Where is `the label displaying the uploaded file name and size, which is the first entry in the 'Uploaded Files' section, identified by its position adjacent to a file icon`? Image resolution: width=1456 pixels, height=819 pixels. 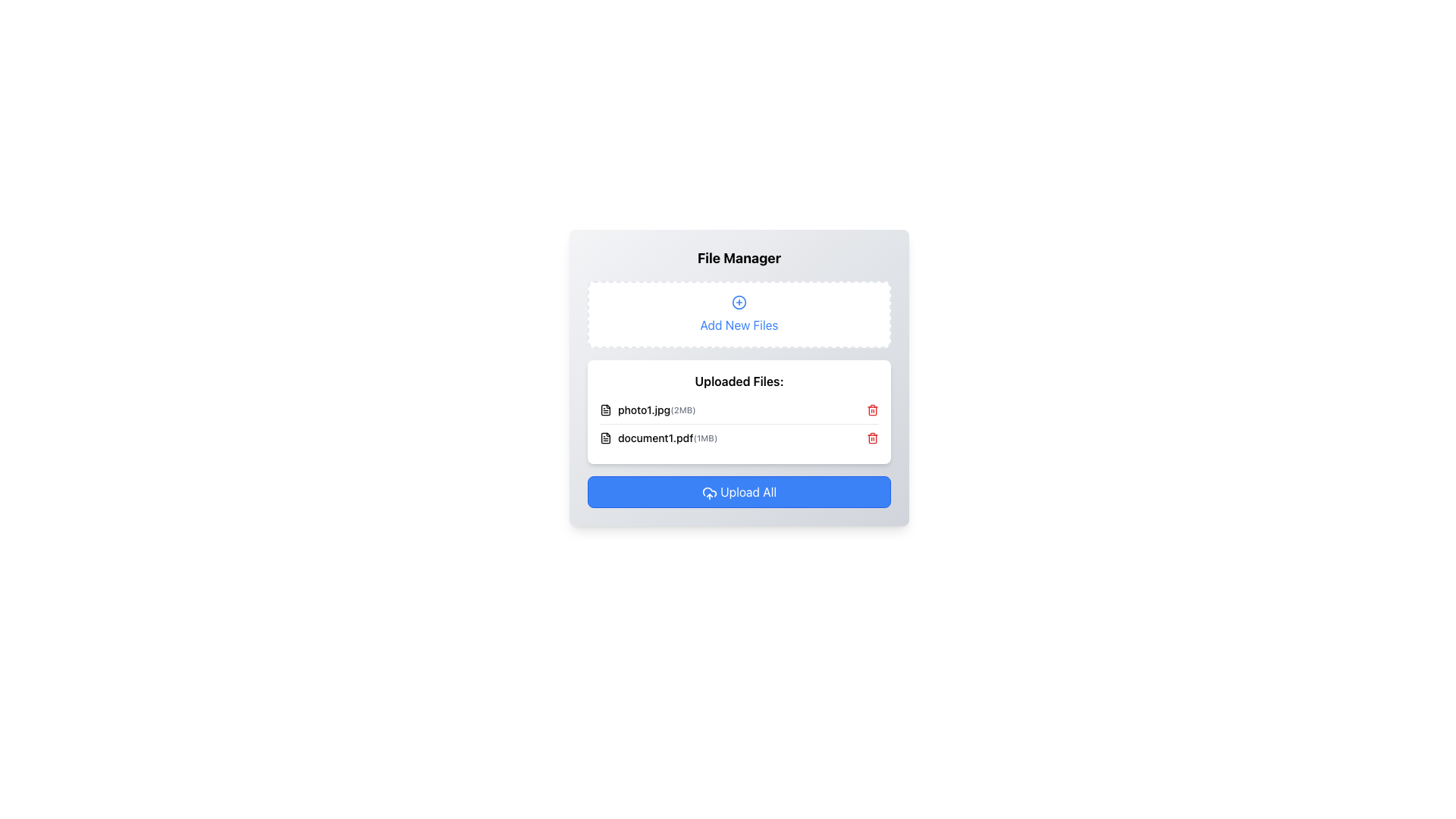
the label displaying the uploaded file name and size, which is the first entry in the 'Uploaded Files' section, identified by its position adjacent to a file icon is located at coordinates (657, 409).